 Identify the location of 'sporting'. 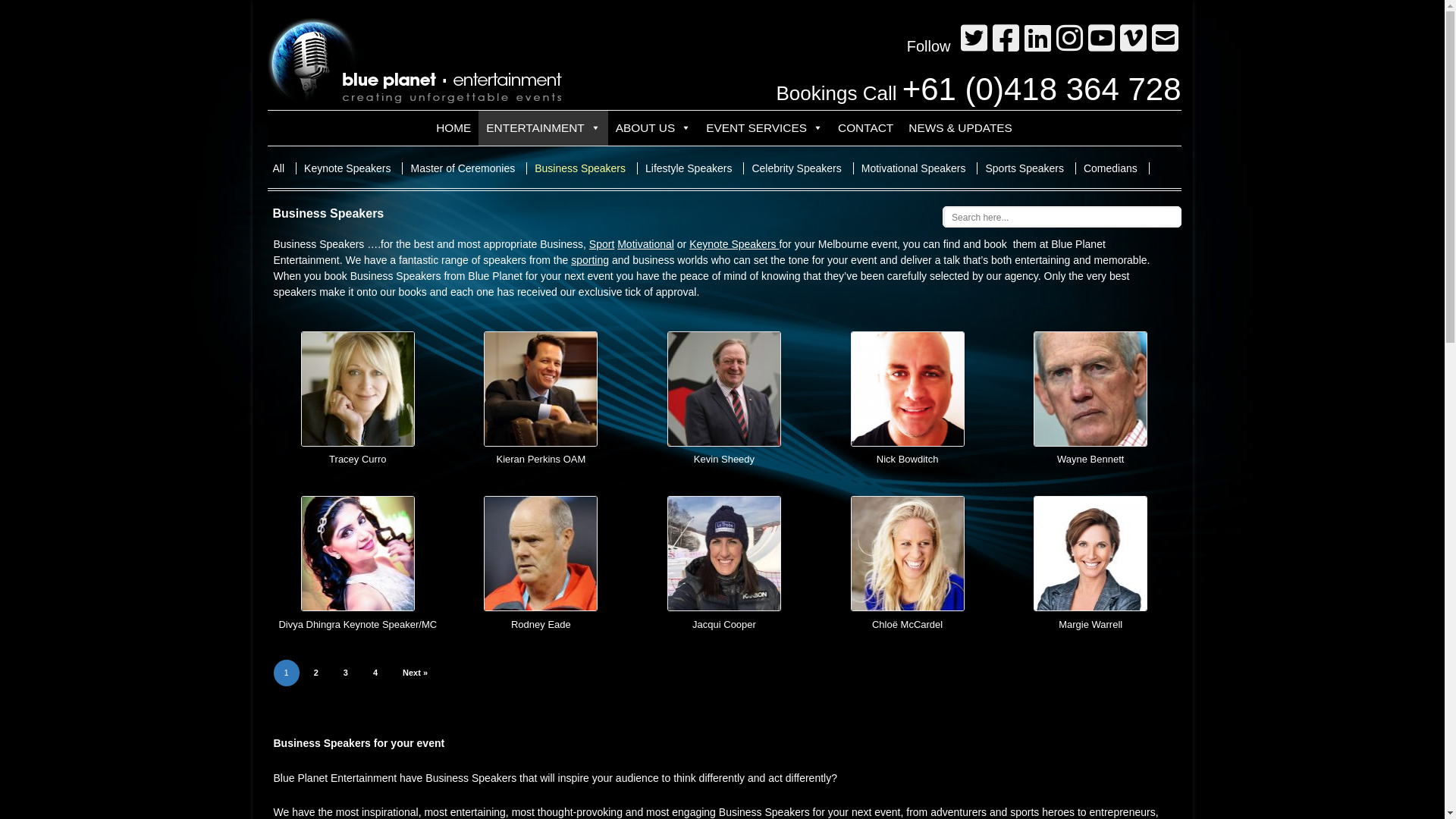
(570, 259).